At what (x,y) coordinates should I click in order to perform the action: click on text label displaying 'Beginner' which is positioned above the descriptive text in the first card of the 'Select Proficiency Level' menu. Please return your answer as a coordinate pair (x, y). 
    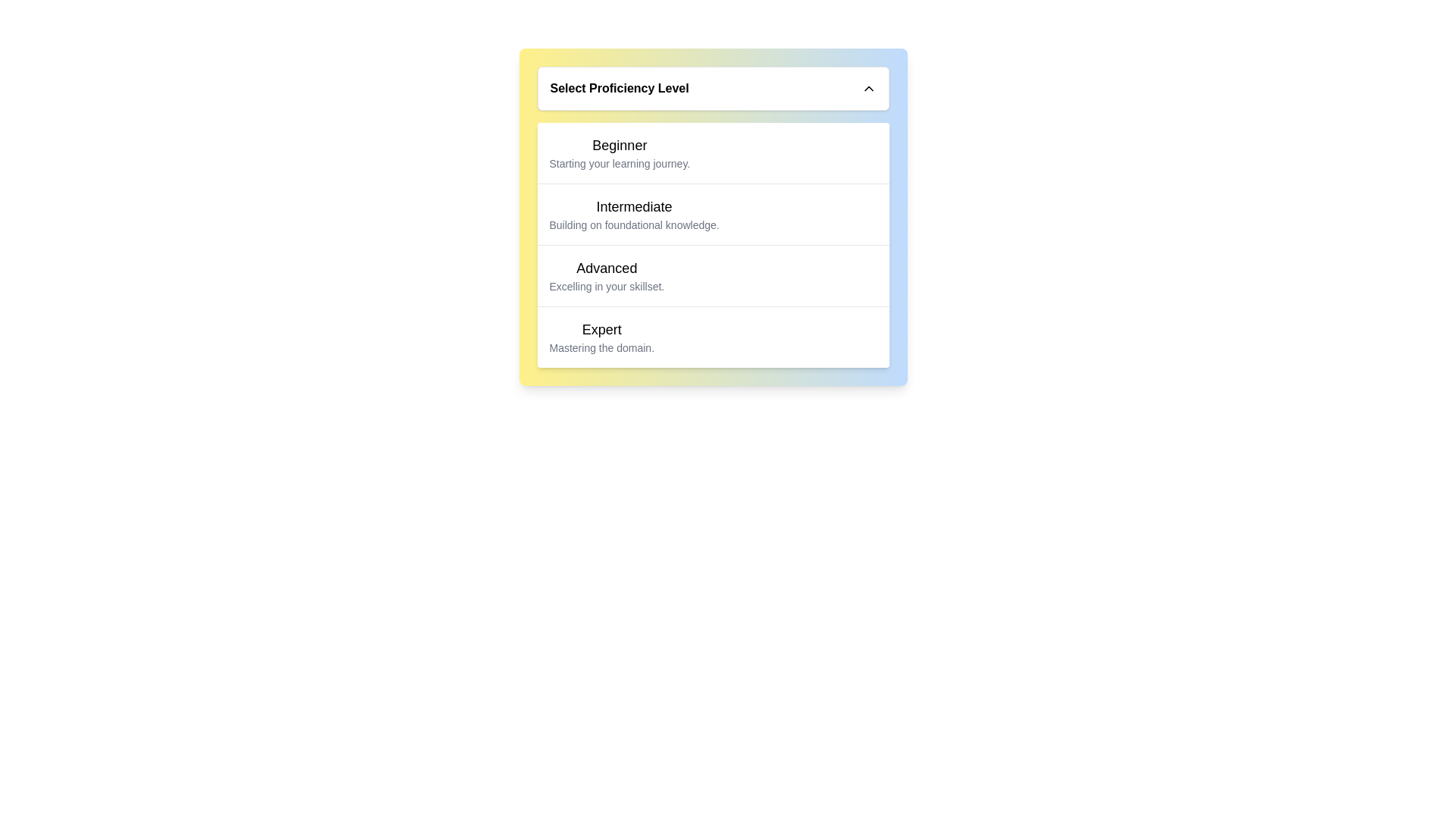
    Looking at the image, I should click on (620, 146).